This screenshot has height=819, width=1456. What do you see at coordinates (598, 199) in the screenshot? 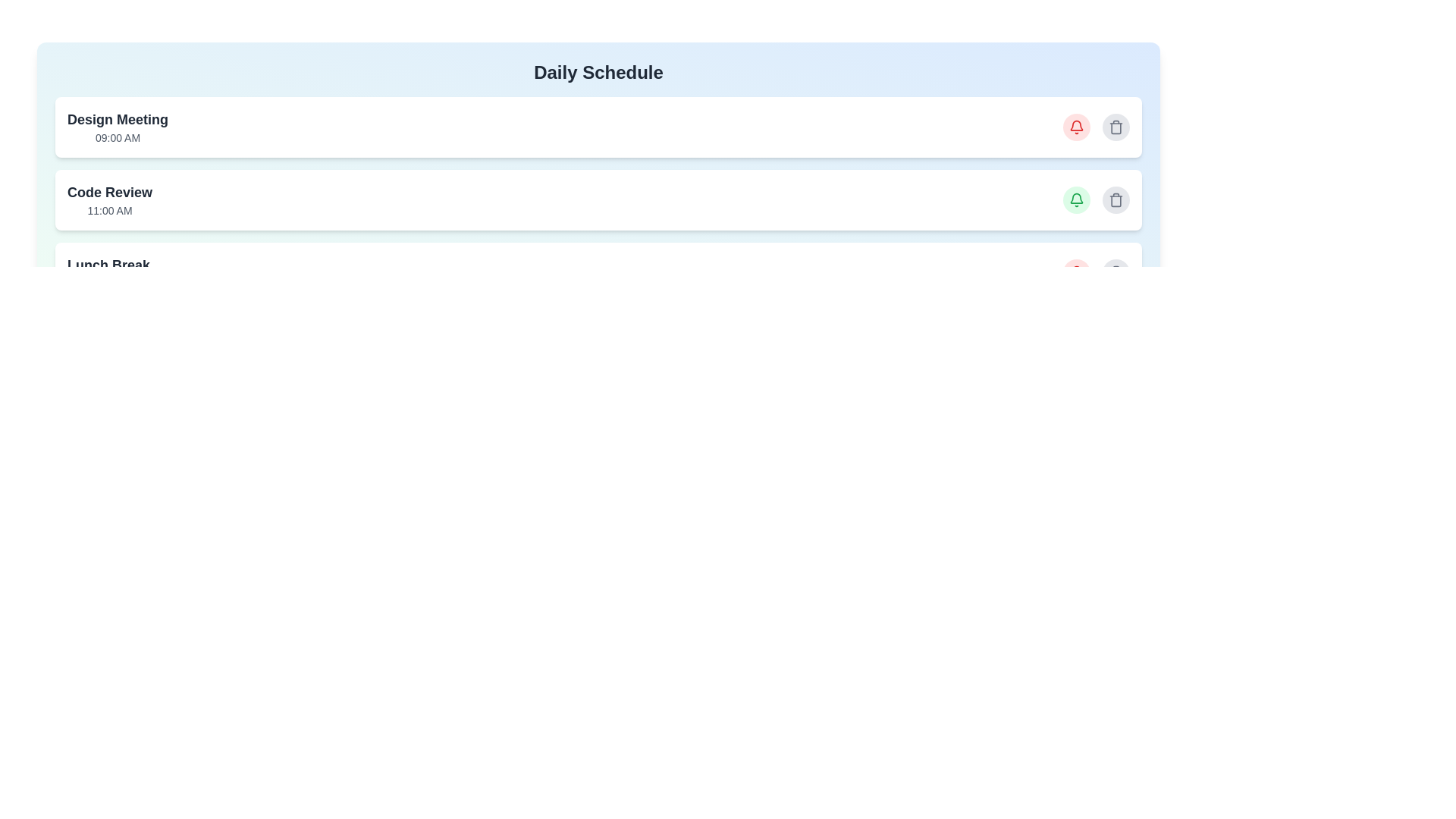
I see `the task item corresponding to Code Review` at bounding box center [598, 199].